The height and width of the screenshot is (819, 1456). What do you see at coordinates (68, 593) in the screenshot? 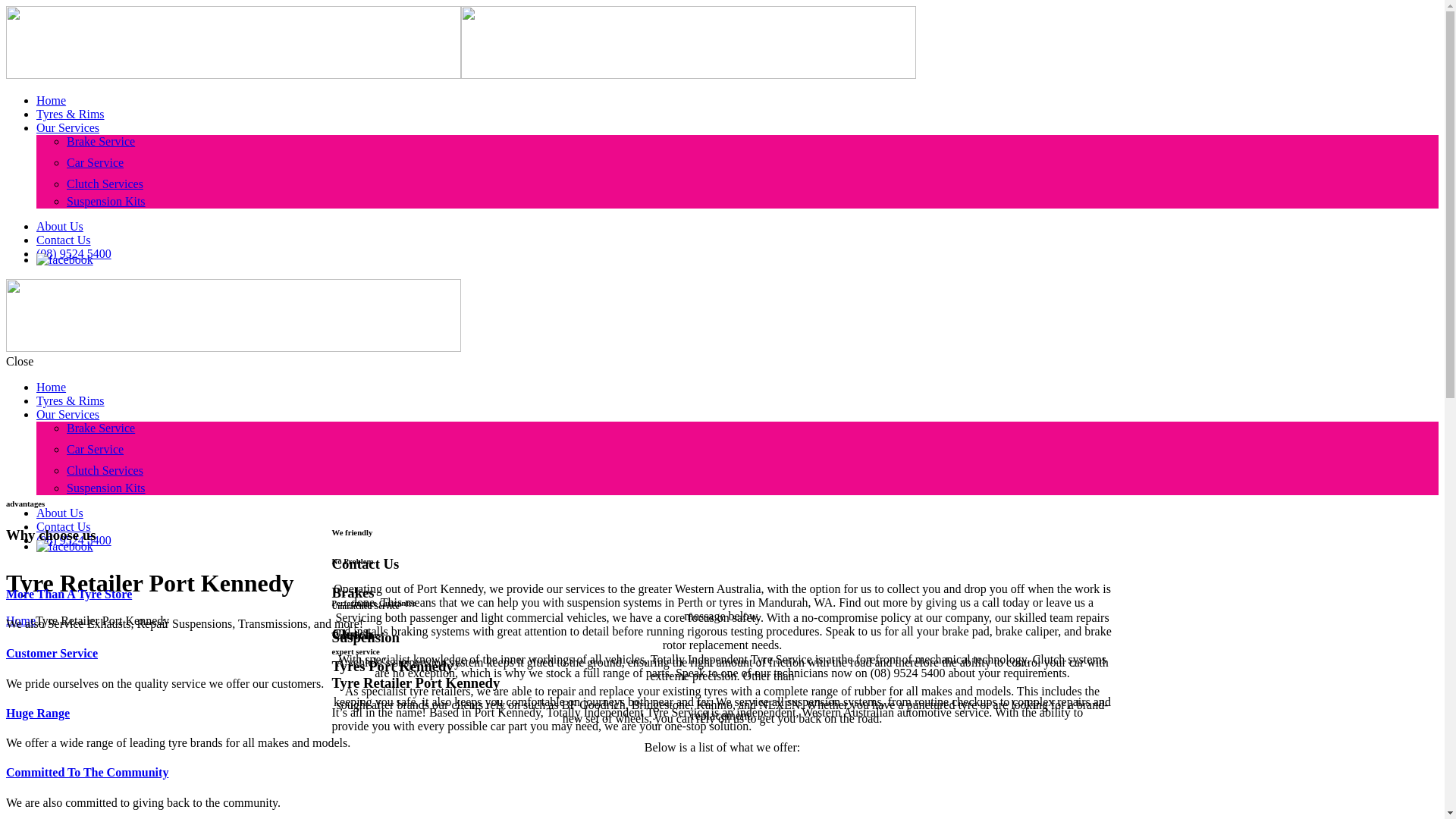
I see `'More Than A Tyre Store'` at bounding box center [68, 593].